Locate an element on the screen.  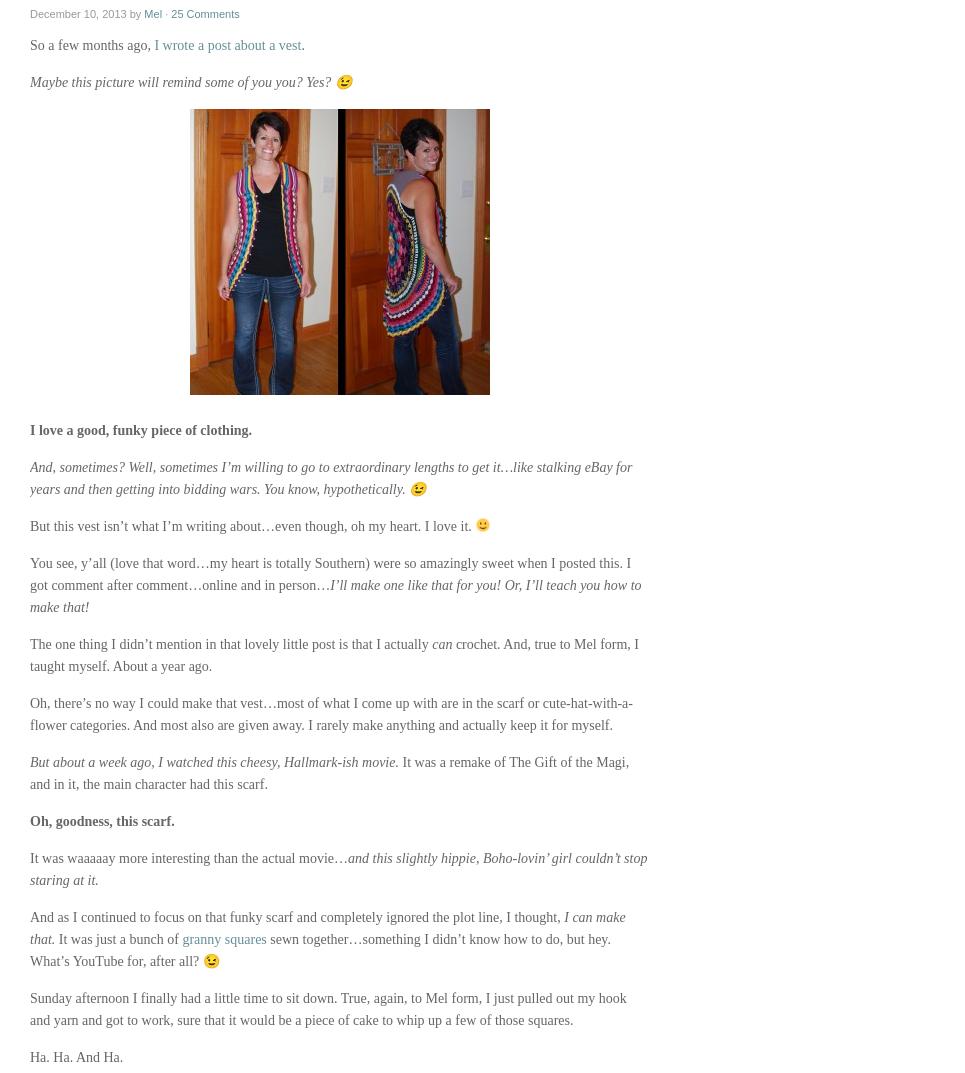
'I wrote a post about a vest' is located at coordinates (226, 44).